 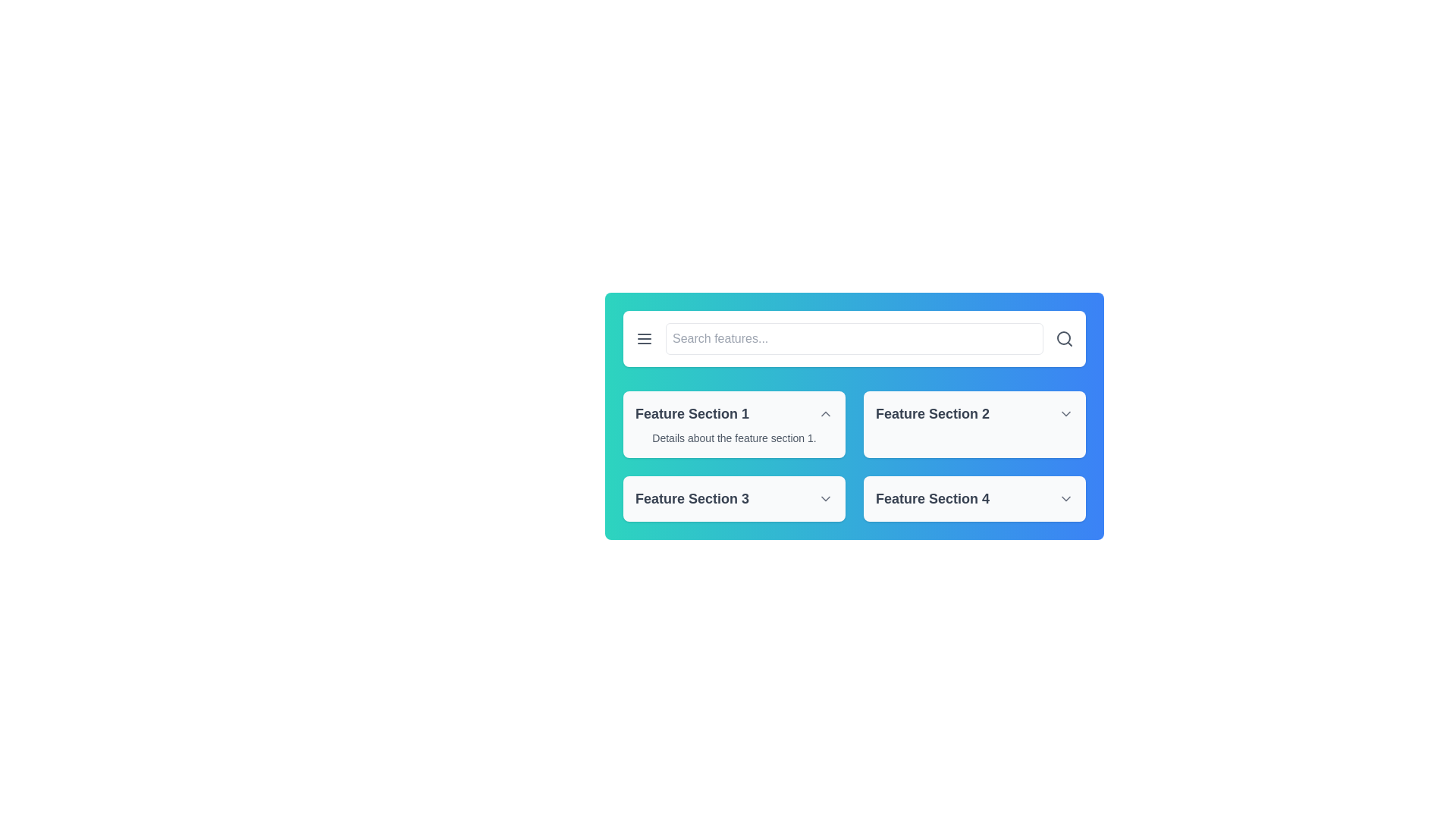 I want to click on the Collapsible Section Header labeled 'Feature Section 3', so click(x=734, y=499).